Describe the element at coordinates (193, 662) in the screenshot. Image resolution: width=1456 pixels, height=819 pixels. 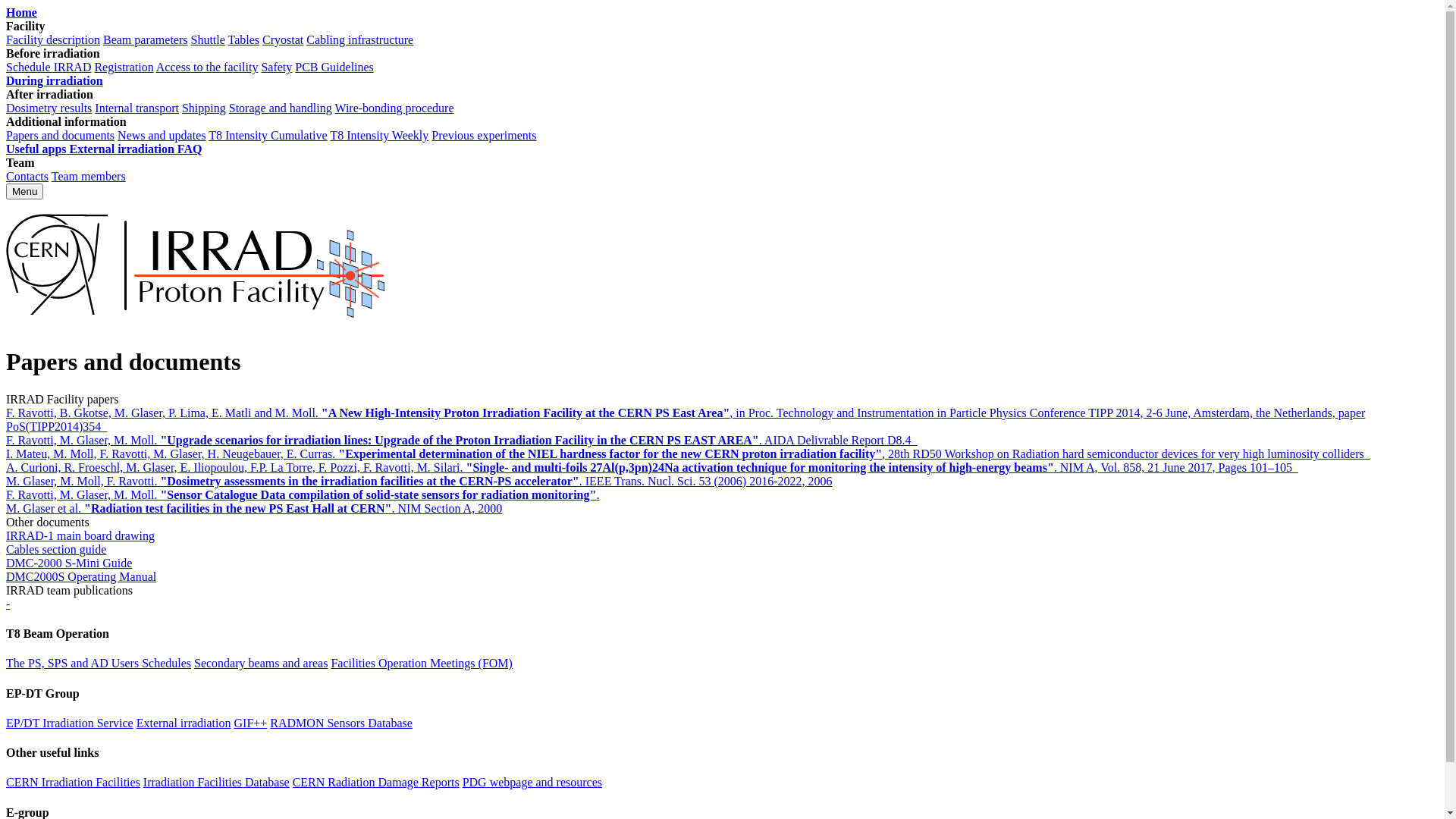
I see `'Secondary beams and areas'` at that location.